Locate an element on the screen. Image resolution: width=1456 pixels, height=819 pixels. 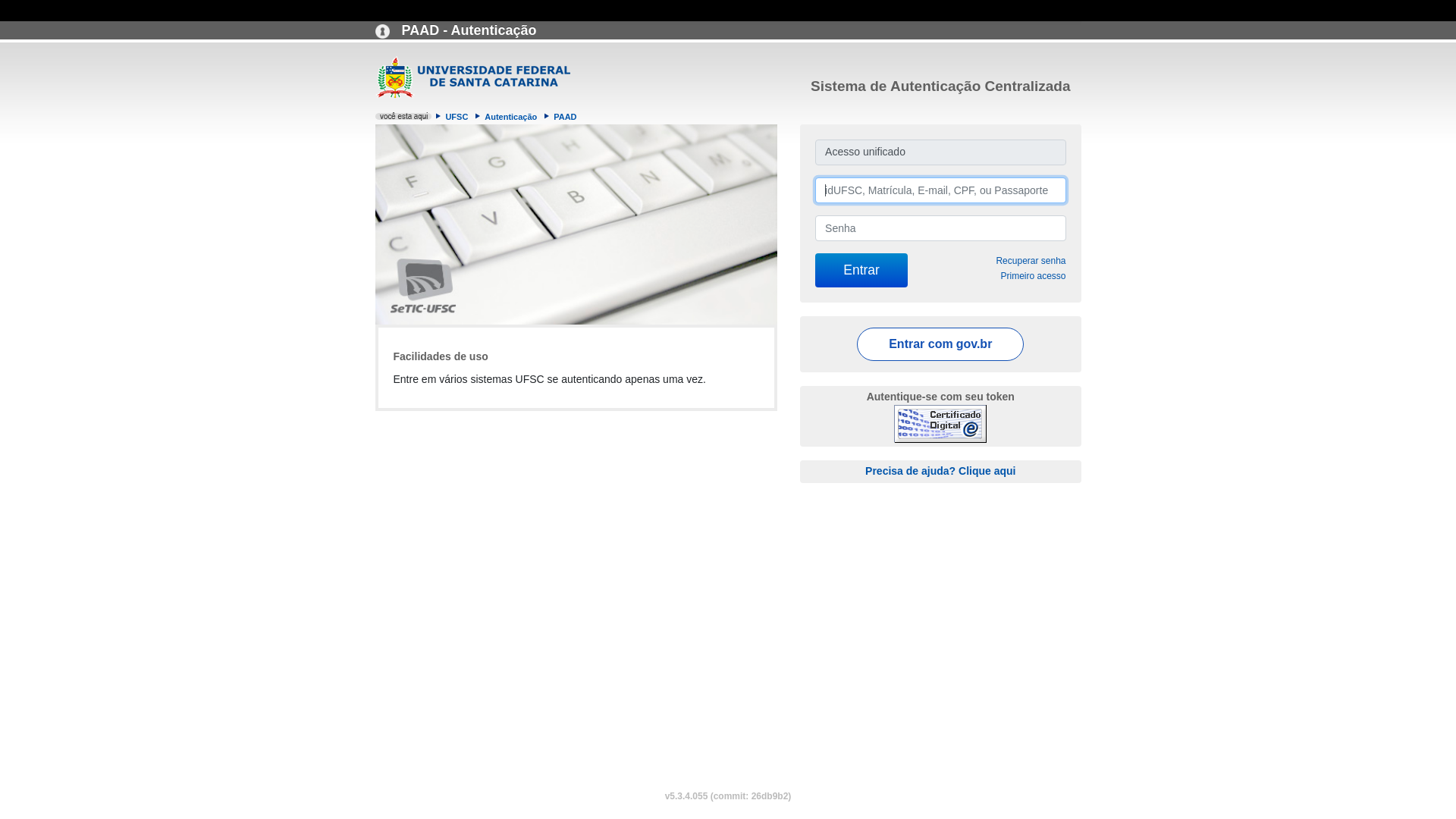
'Precisa de ajuda? Clique aqui' is located at coordinates (939, 470).